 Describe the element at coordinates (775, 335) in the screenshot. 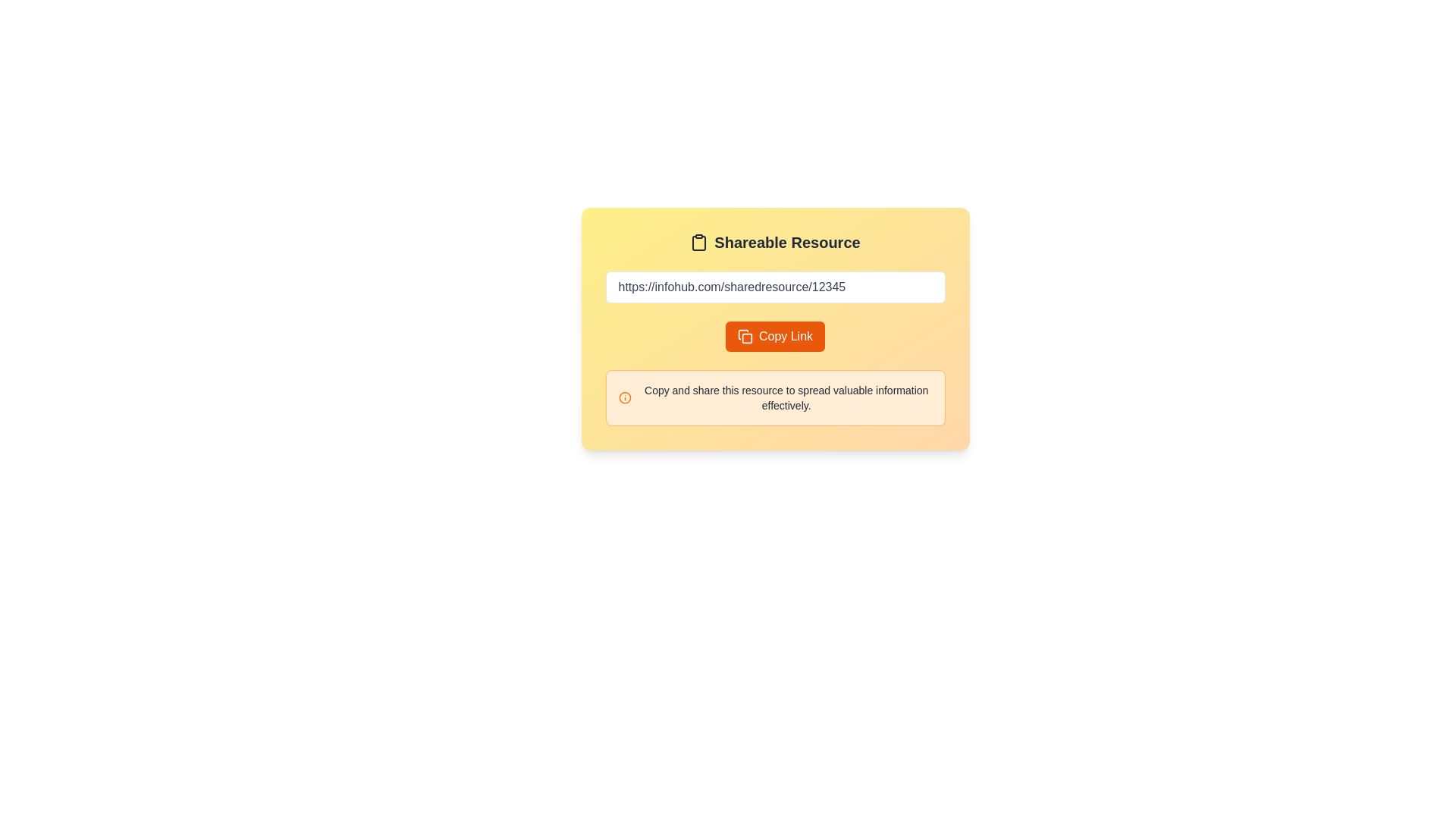

I see `the button located at the center of the pop-up card, directly below the text input field, to copy the link displayed above it to the clipboard` at that location.